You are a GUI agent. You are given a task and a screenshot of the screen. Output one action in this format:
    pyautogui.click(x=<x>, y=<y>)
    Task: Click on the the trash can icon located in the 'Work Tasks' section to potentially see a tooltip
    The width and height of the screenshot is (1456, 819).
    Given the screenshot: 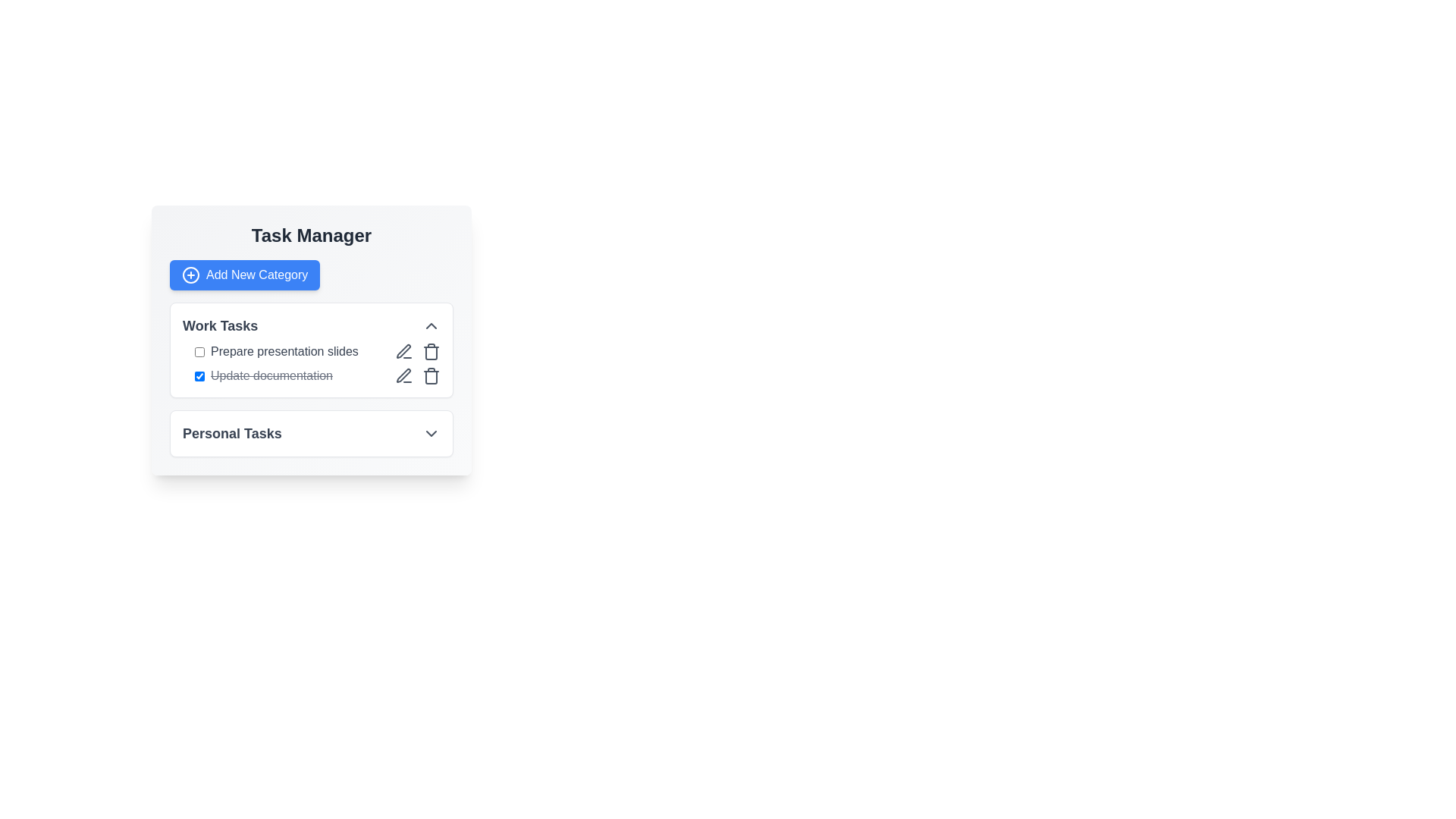 What is the action you would take?
    pyautogui.click(x=431, y=353)
    